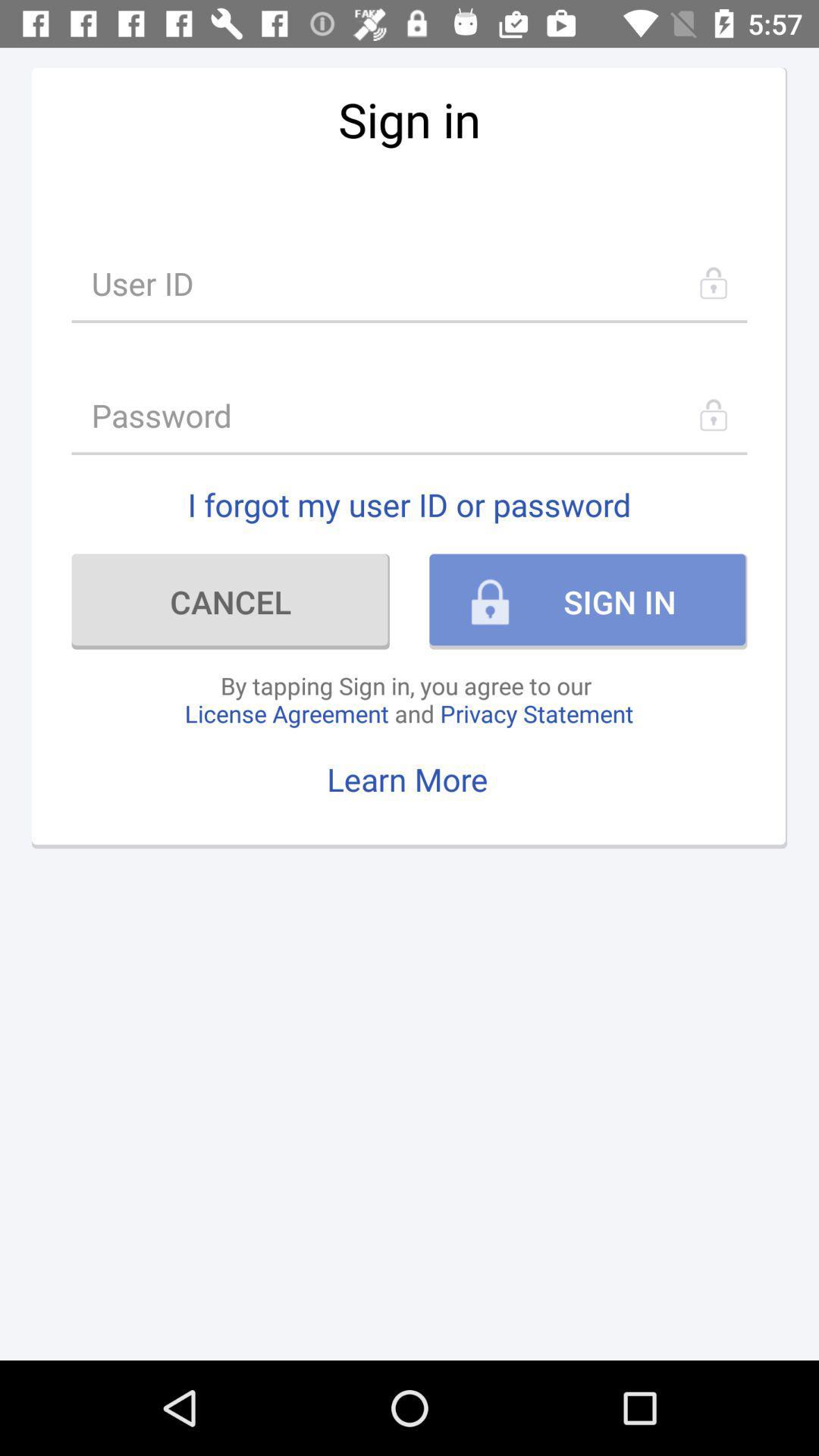  Describe the element at coordinates (409, 283) in the screenshot. I see `user id` at that location.